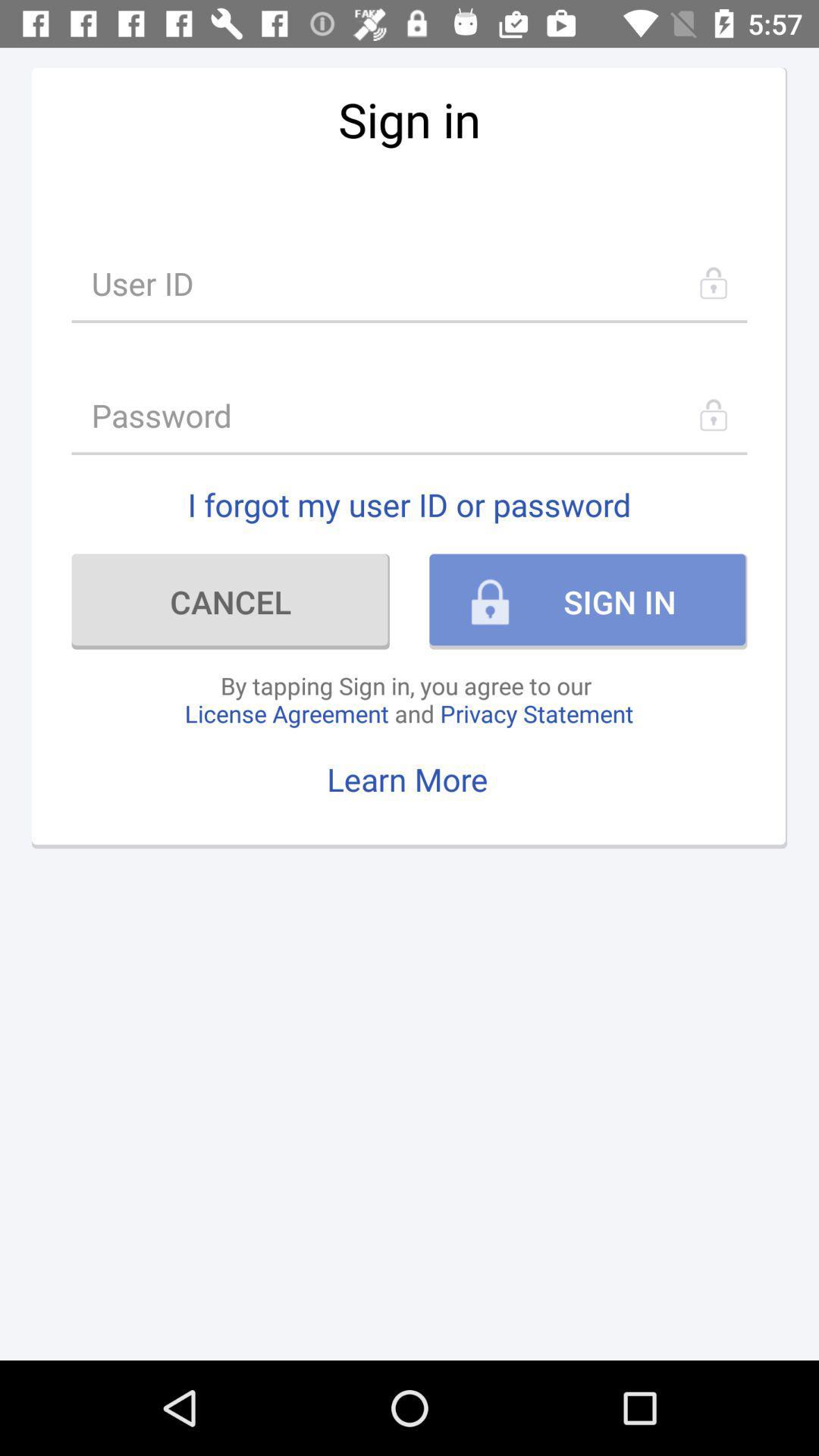  Describe the element at coordinates (409, 283) in the screenshot. I see `user id` at that location.